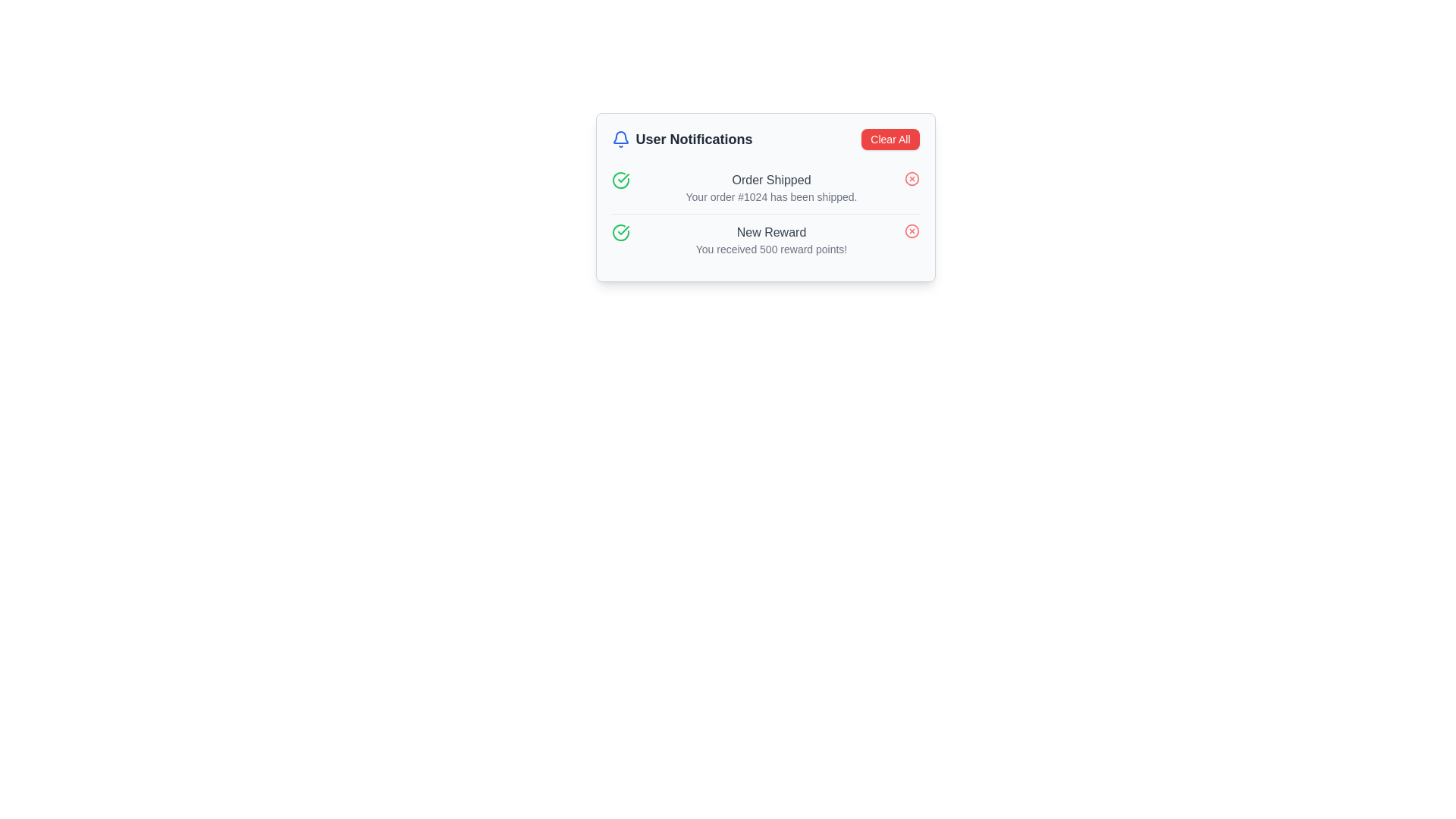 The height and width of the screenshot is (819, 1456). Describe the element at coordinates (771, 248) in the screenshot. I see `the Text label that informs the user about a specific reward, positioned below the 'New Reward' heading` at that location.